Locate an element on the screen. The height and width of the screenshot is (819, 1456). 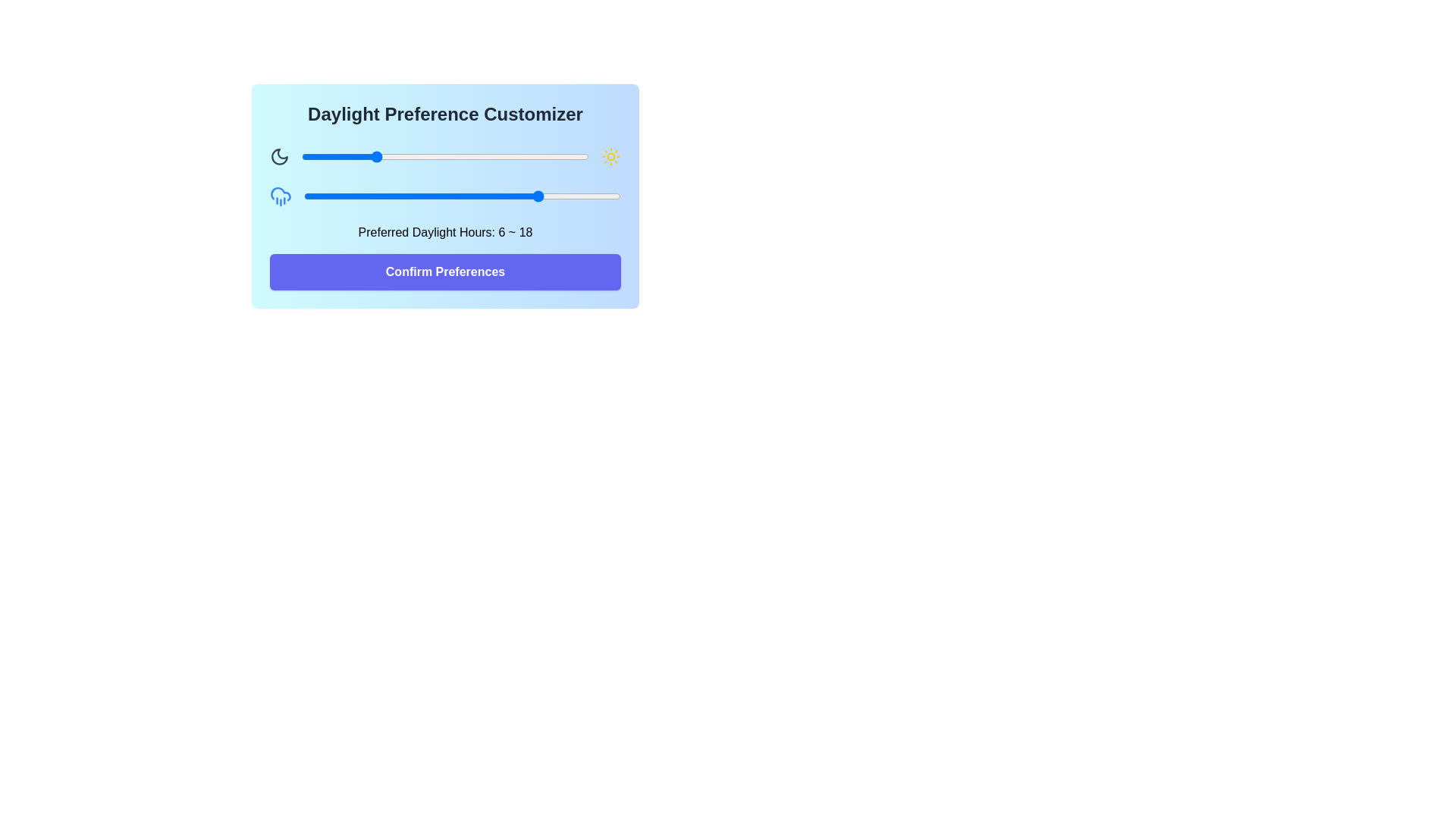
the daylight preference is located at coordinates (492, 157).